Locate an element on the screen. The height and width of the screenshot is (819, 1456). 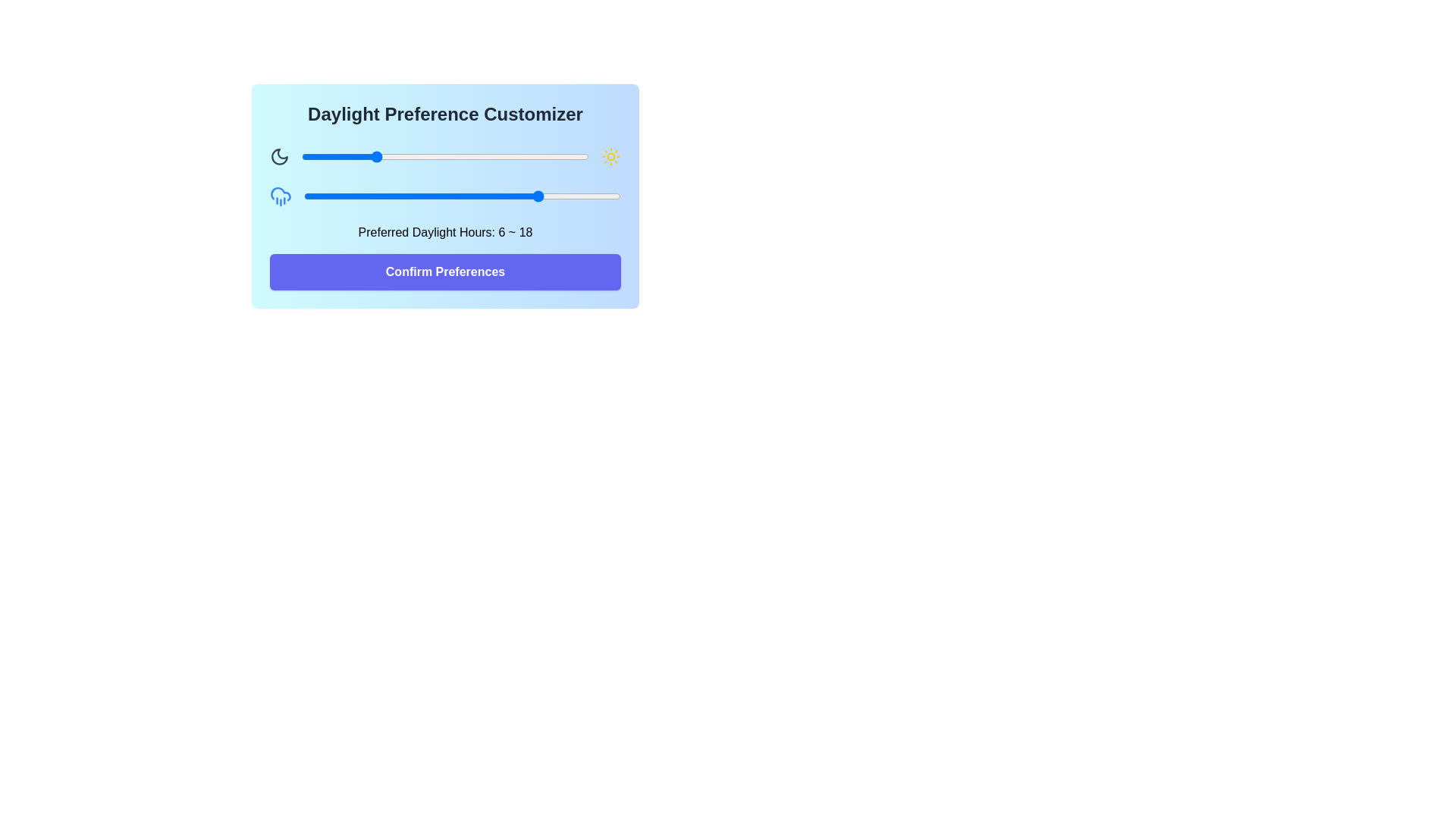
the daylight preference is located at coordinates (492, 157).